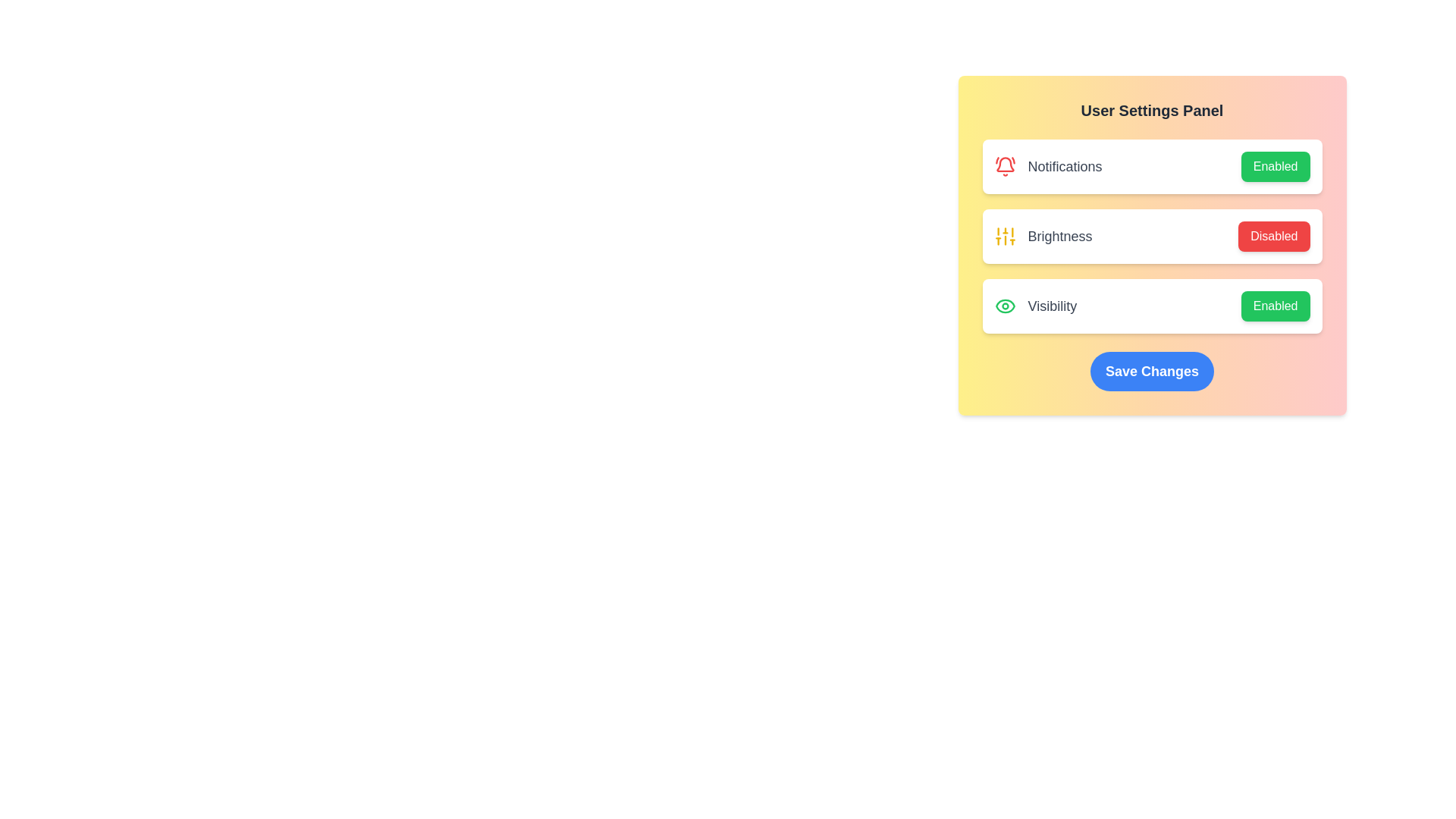 The height and width of the screenshot is (819, 1456). I want to click on 'Save Changes' button to save the current settings, so click(1152, 371).